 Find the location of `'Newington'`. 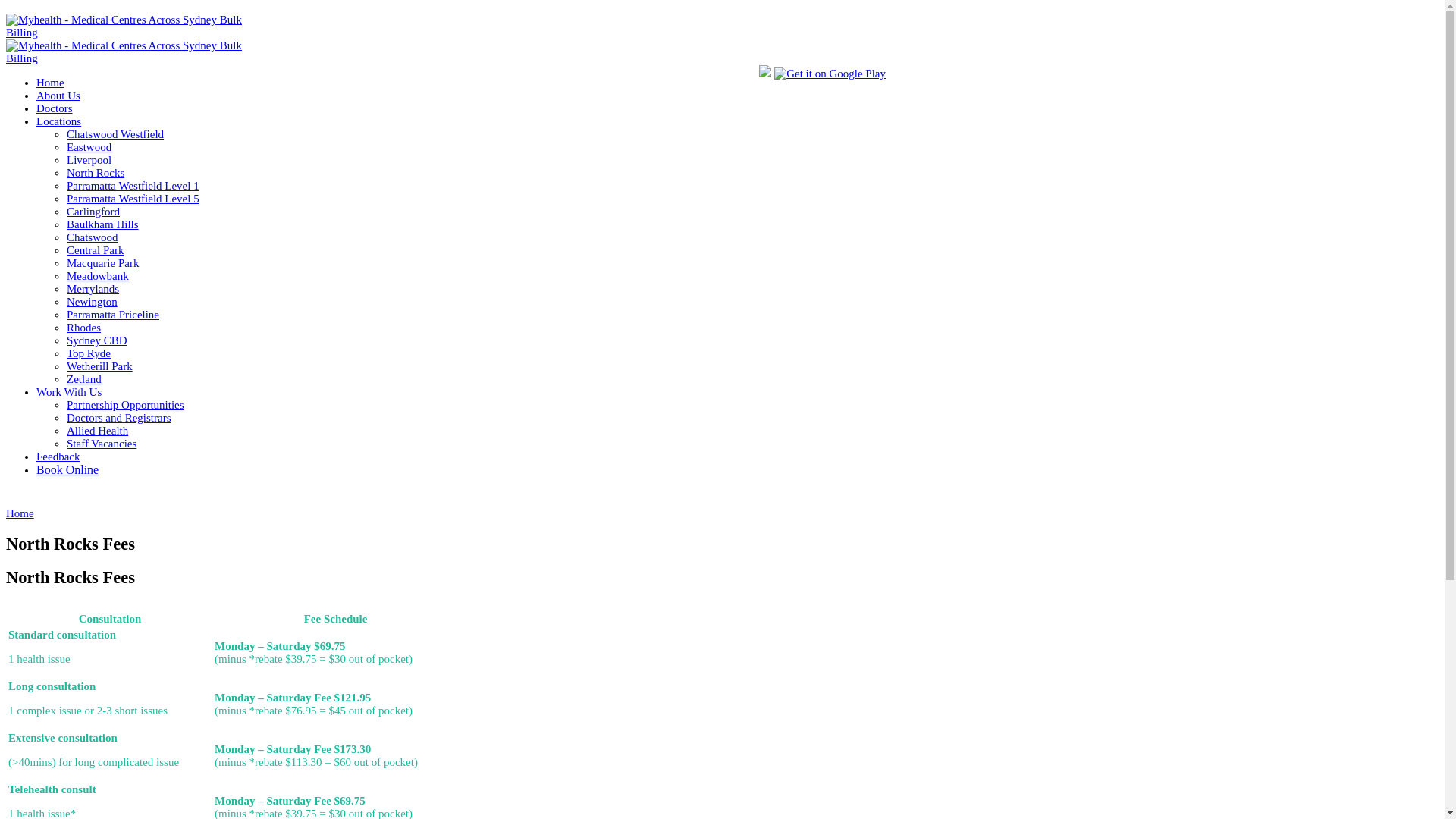

'Newington' is located at coordinates (91, 301).